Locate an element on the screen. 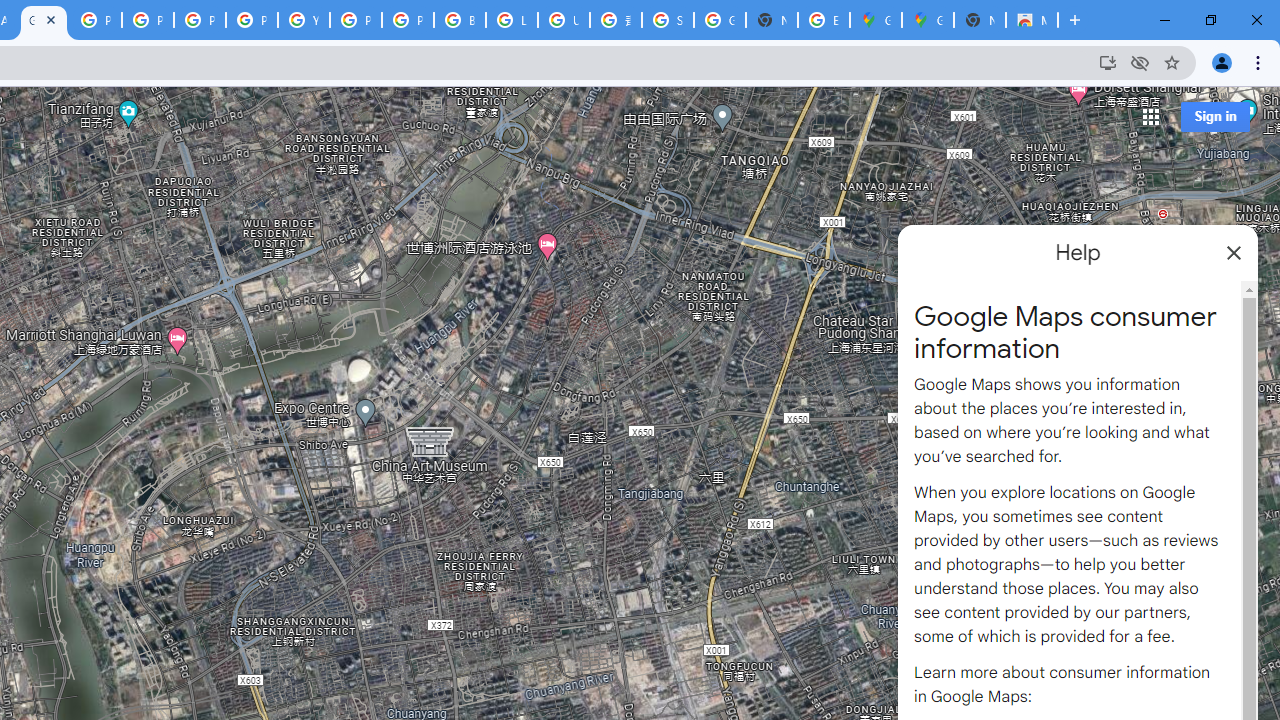 This screenshot has width=1280, height=720. 'YouTube' is located at coordinates (303, 20).